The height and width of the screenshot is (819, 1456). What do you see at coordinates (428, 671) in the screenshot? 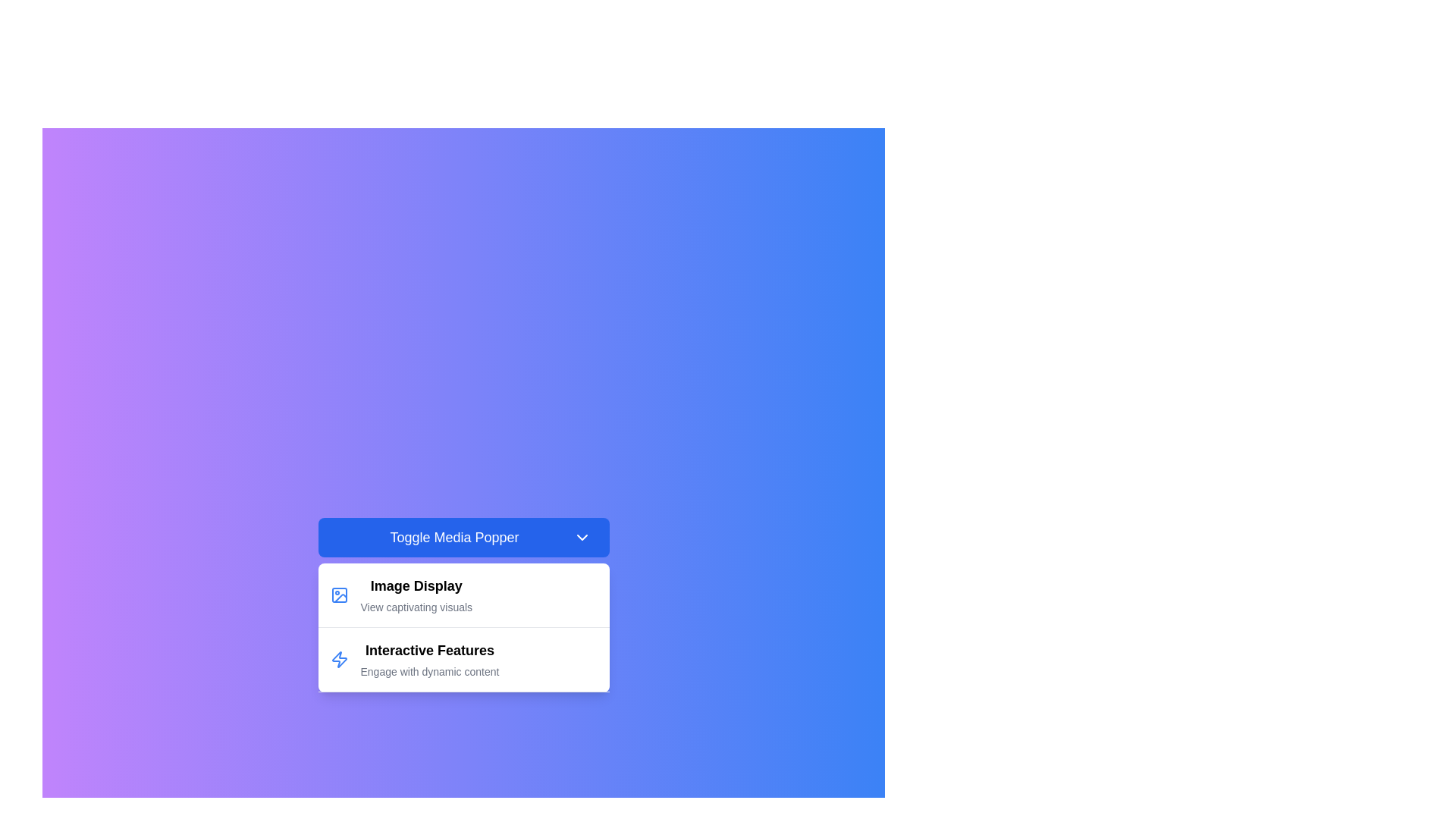
I see `the Text Label that displays supplementary descriptive text for the 'Interactive Features' section, located beneath the title 'Interactive Features' and horizontally centered` at bounding box center [428, 671].